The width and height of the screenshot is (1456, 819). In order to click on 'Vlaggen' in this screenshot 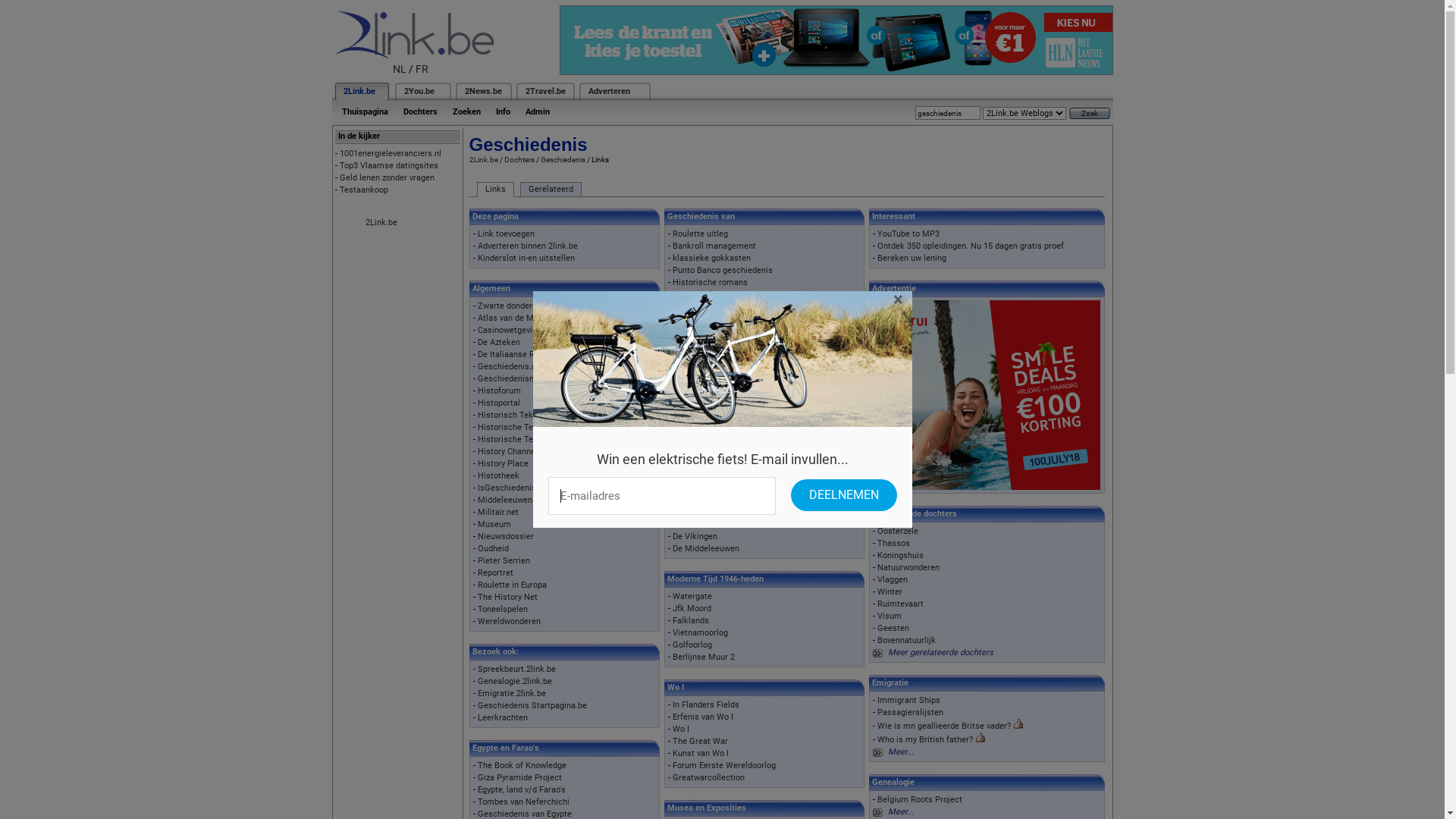, I will do `click(892, 579)`.